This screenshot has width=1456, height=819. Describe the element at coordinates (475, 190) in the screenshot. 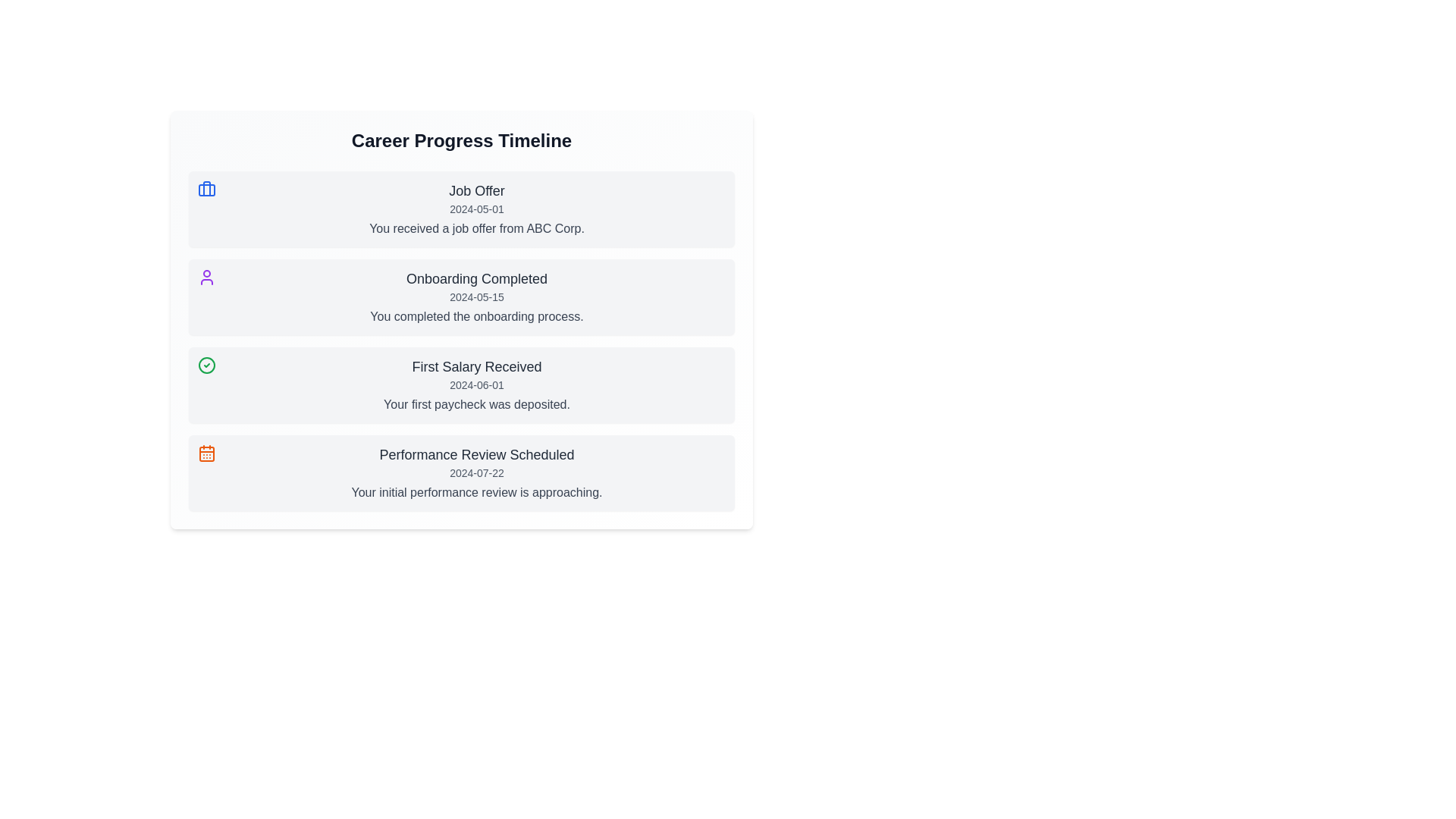

I see `the 'Job Offer' text label` at that location.